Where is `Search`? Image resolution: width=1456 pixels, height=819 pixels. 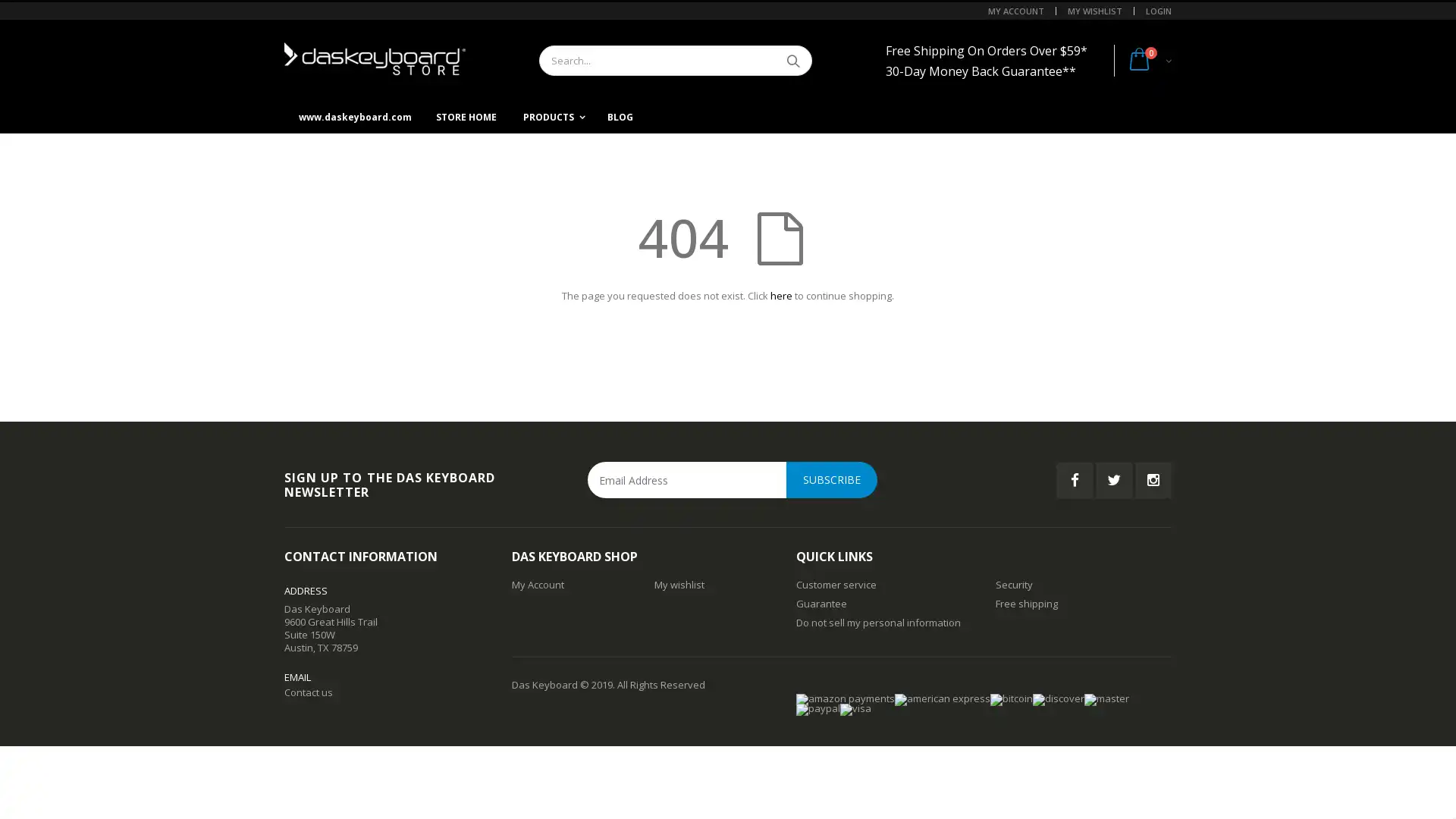
Search is located at coordinates (792, 60).